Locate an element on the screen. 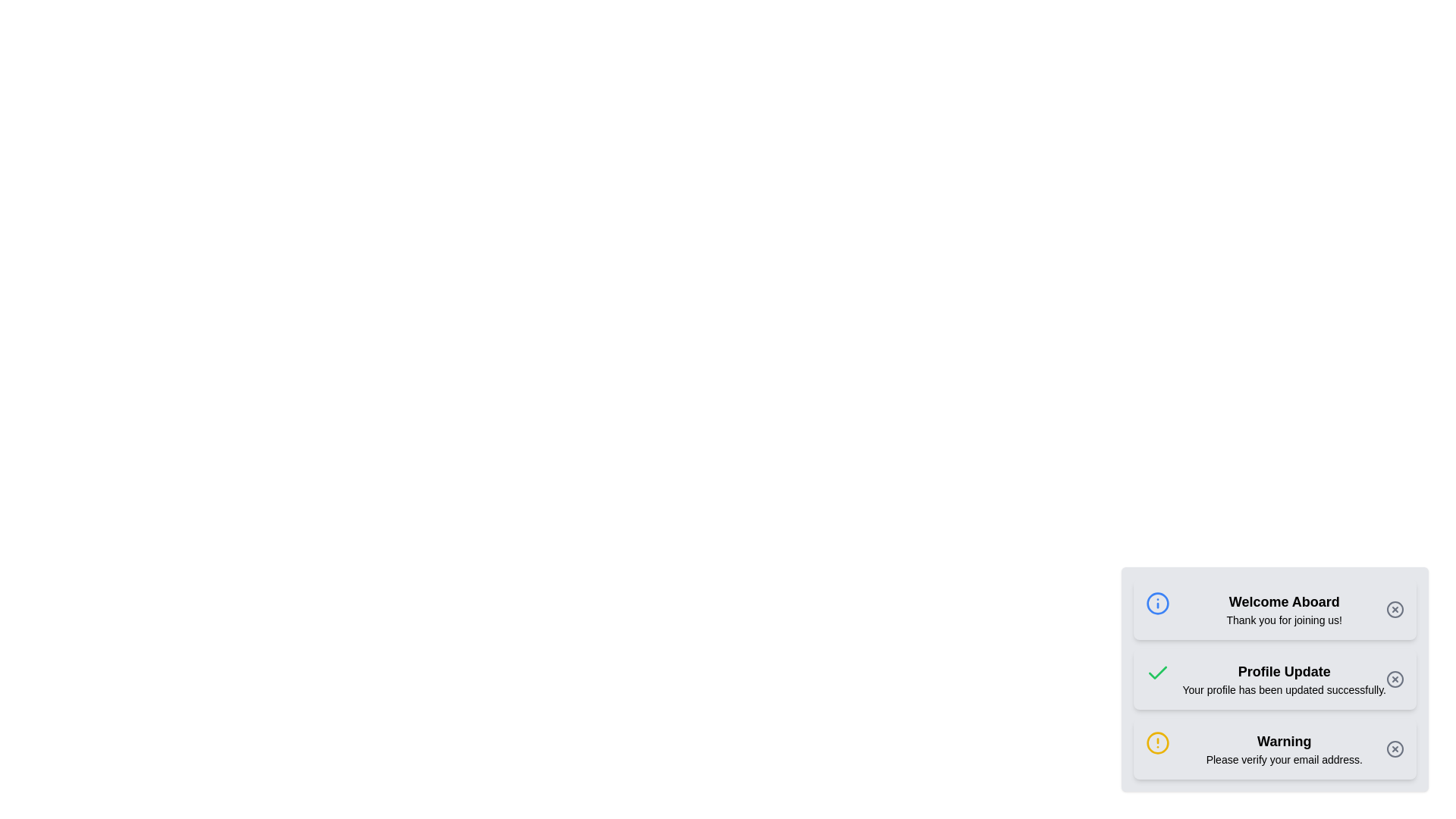 The width and height of the screenshot is (1456, 819). the button resembling a circle with a cross inside it, located in the bottom-right corner of the warning message stating 'Please verify your email address' is located at coordinates (1395, 748).